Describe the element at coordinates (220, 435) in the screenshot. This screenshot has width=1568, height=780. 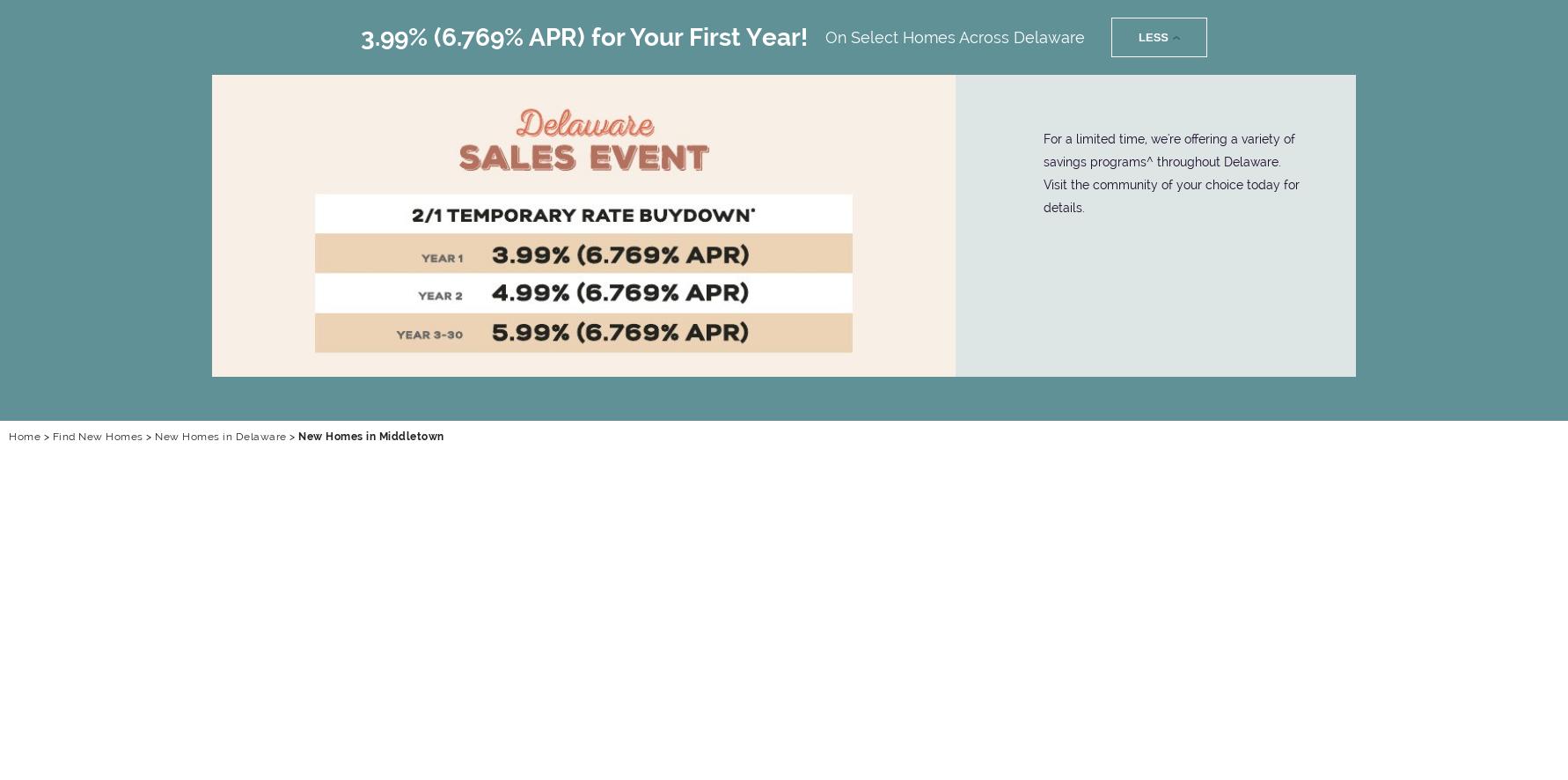
I see `'New Homes in Delaware'` at that location.